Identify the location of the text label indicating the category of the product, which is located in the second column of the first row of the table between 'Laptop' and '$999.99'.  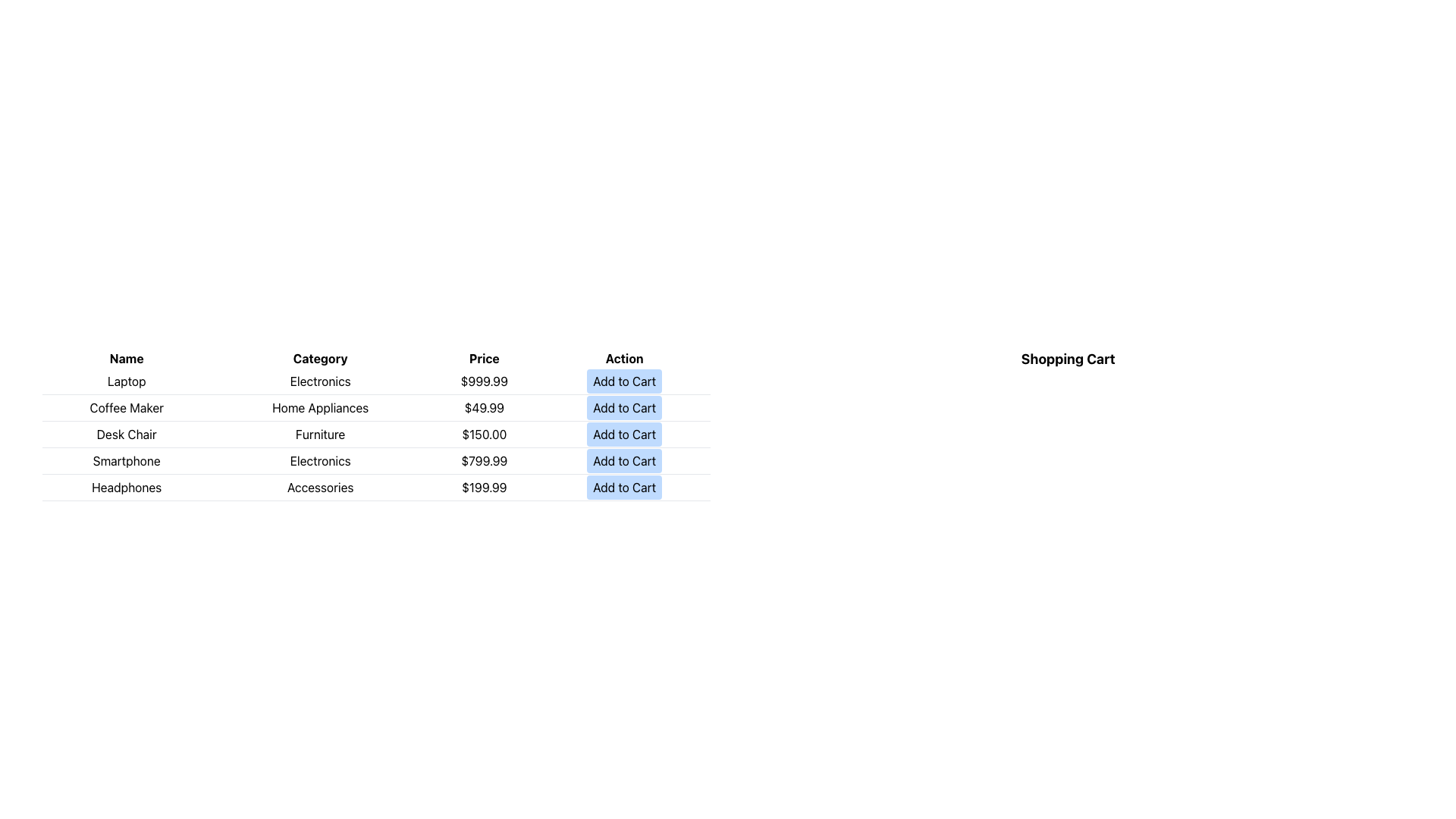
(319, 381).